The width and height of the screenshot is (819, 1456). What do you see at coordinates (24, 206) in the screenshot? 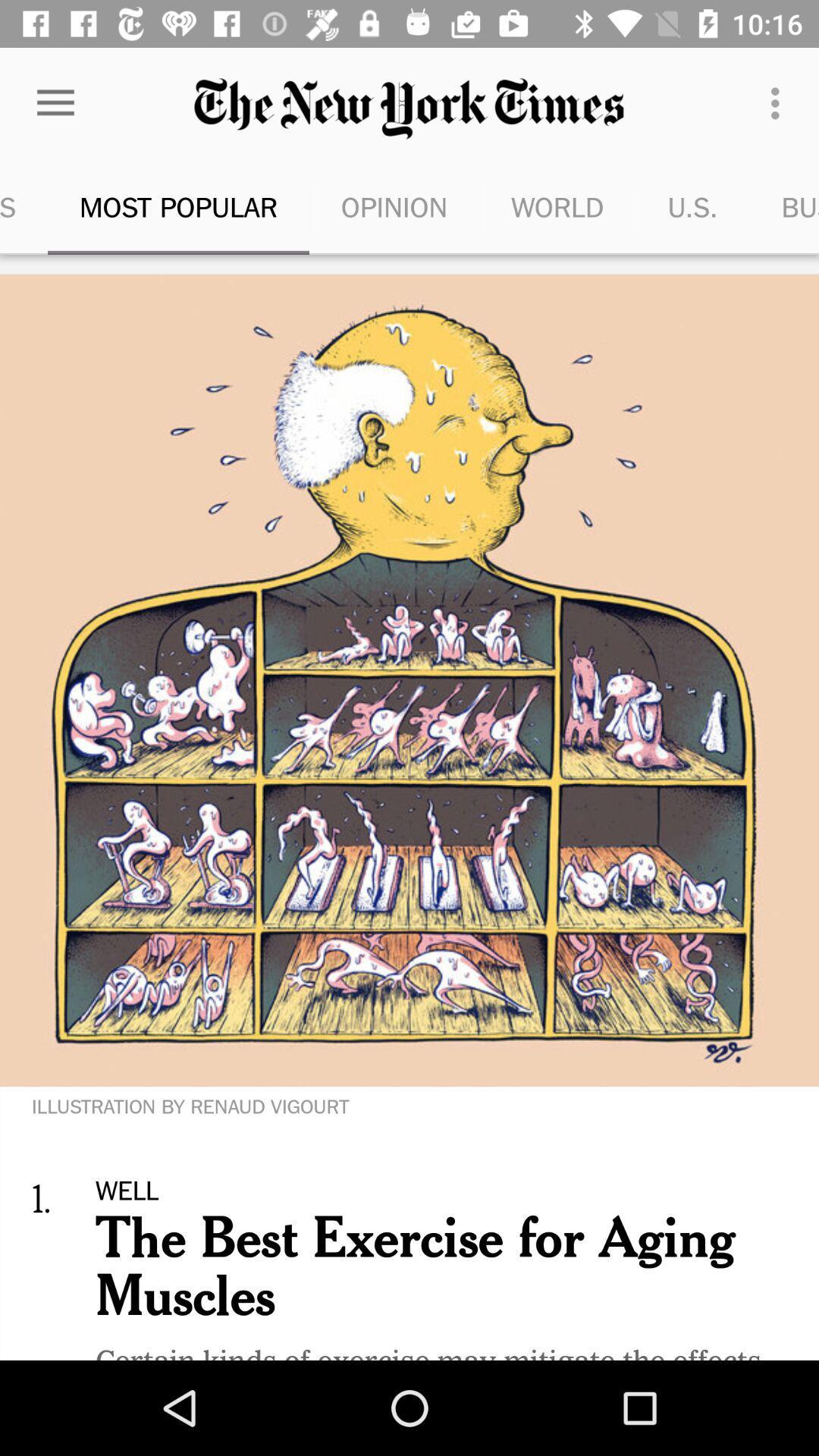
I see `top stories item` at bounding box center [24, 206].